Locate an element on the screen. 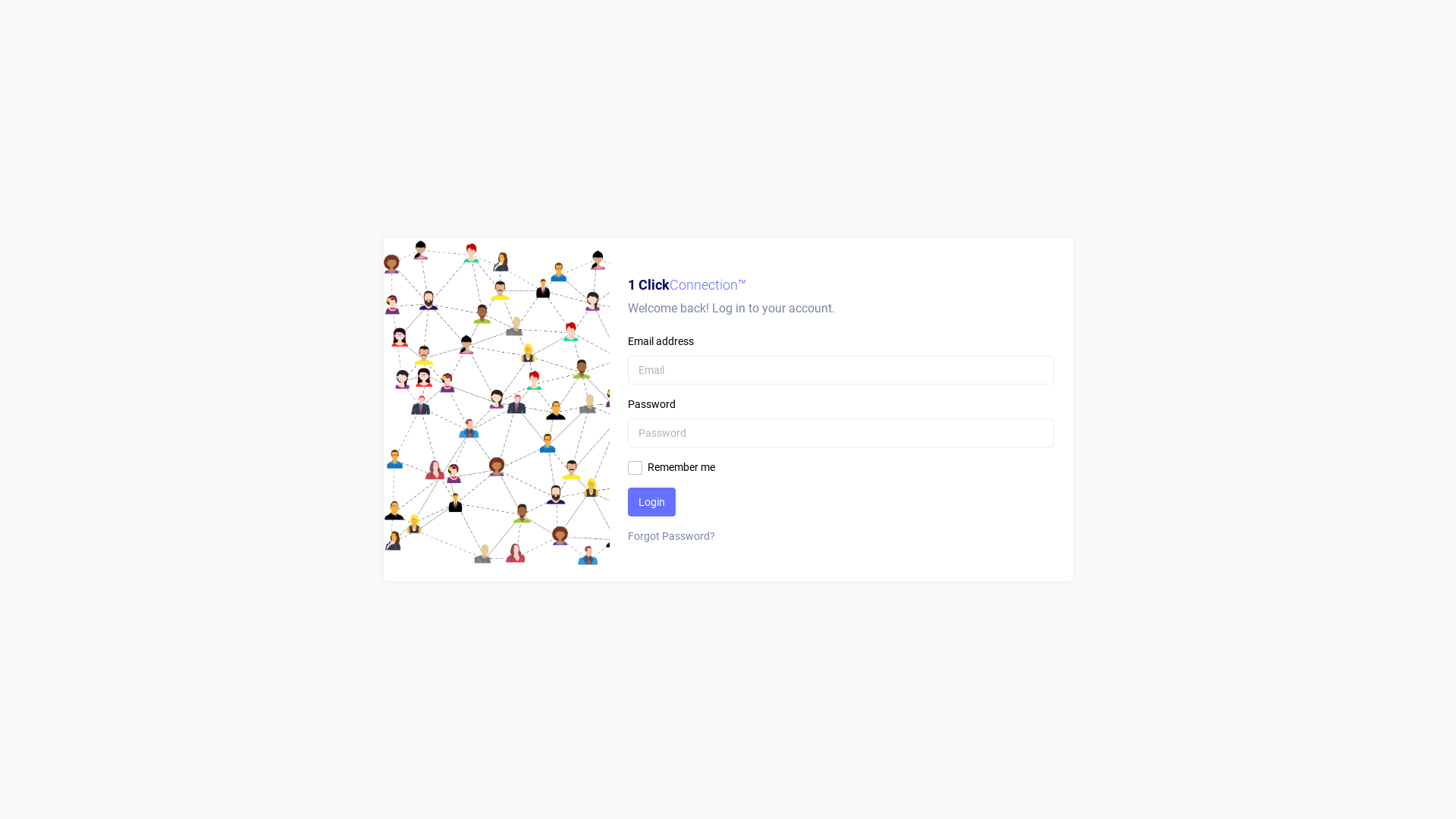 This screenshot has width=1456, height=819. 'Forgot Password?' is located at coordinates (839, 535).